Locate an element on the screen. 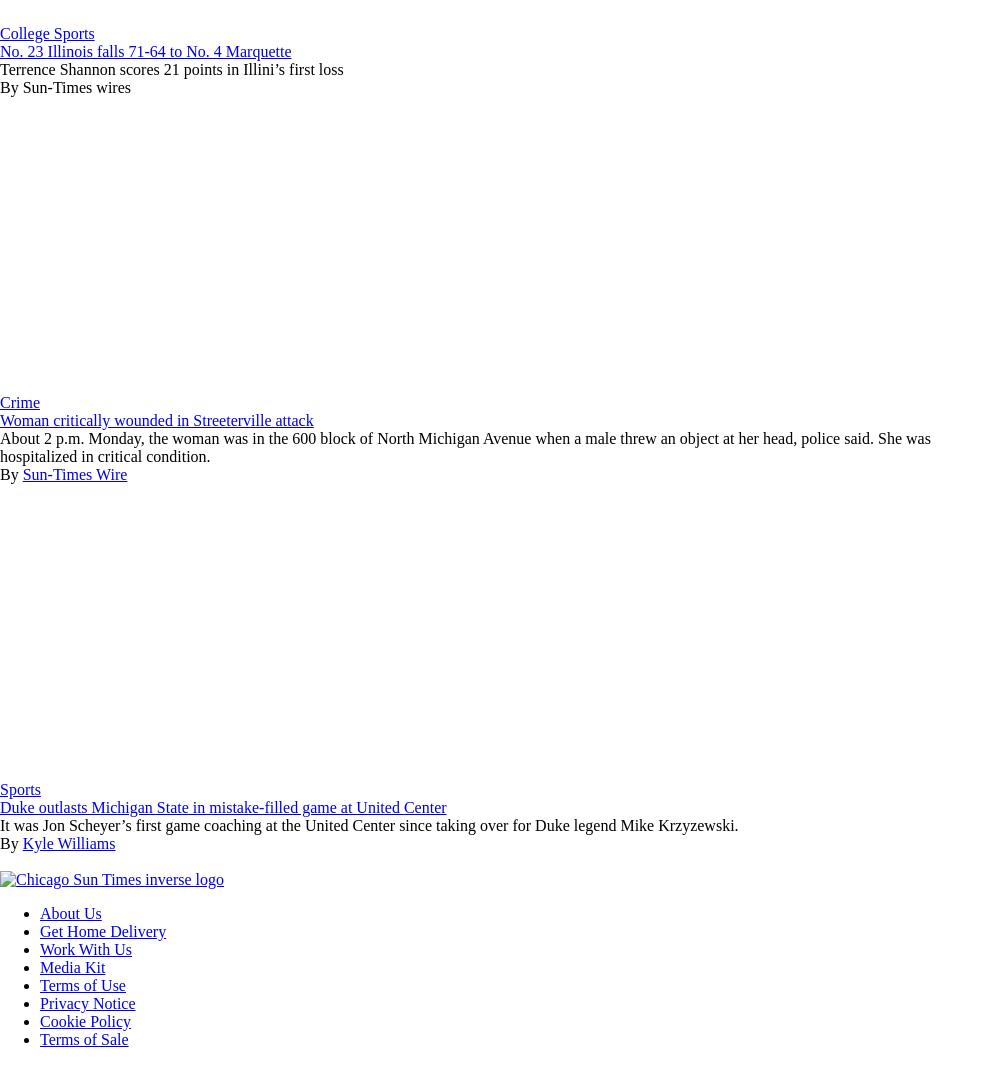 The image size is (1000, 1065). 'Sun-Times Wire' is located at coordinates (73, 473).